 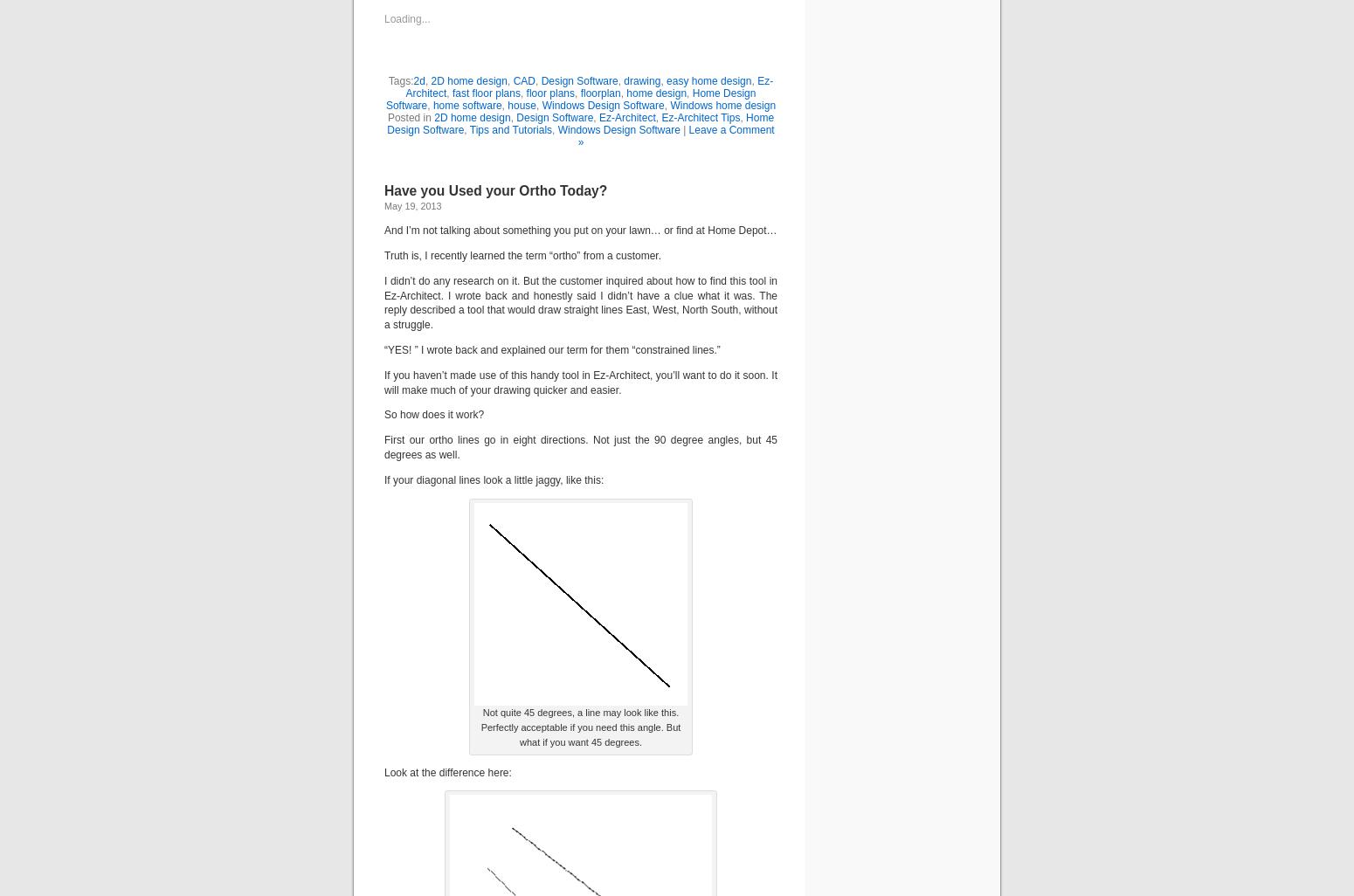 I want to click on 'So how does it work?', so click(x=384, y=414).